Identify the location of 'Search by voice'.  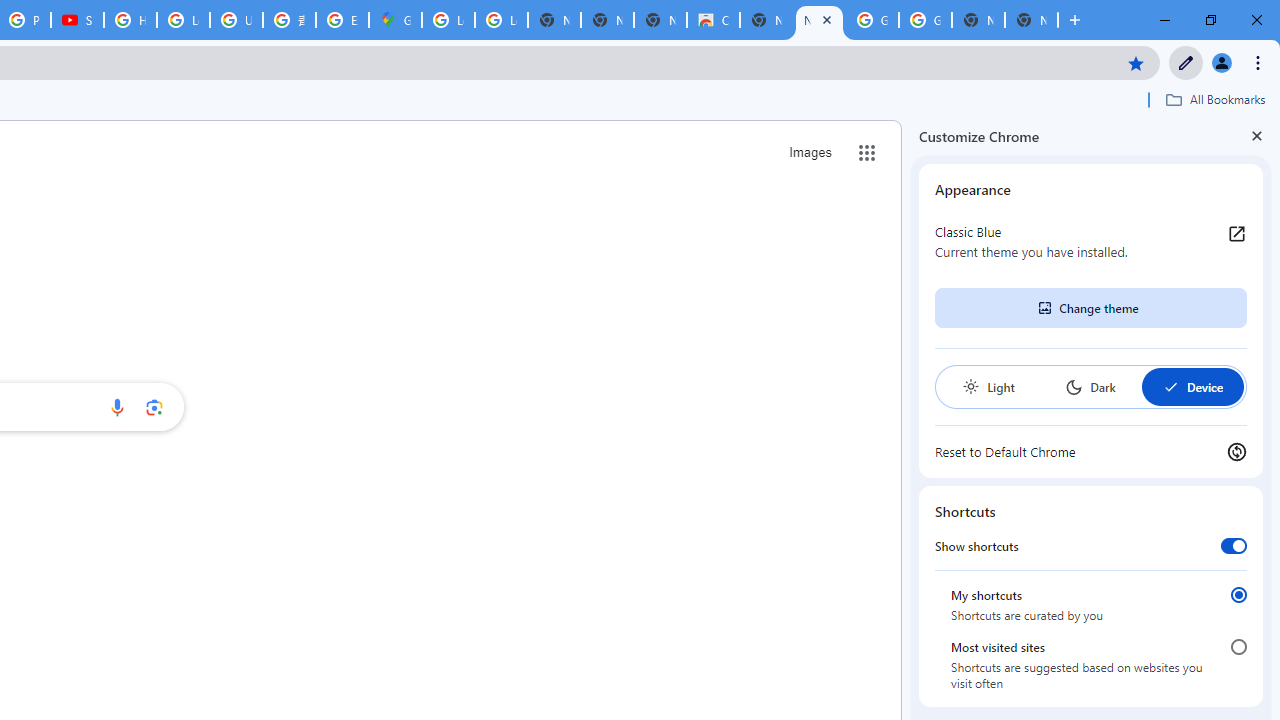
(116, 406).